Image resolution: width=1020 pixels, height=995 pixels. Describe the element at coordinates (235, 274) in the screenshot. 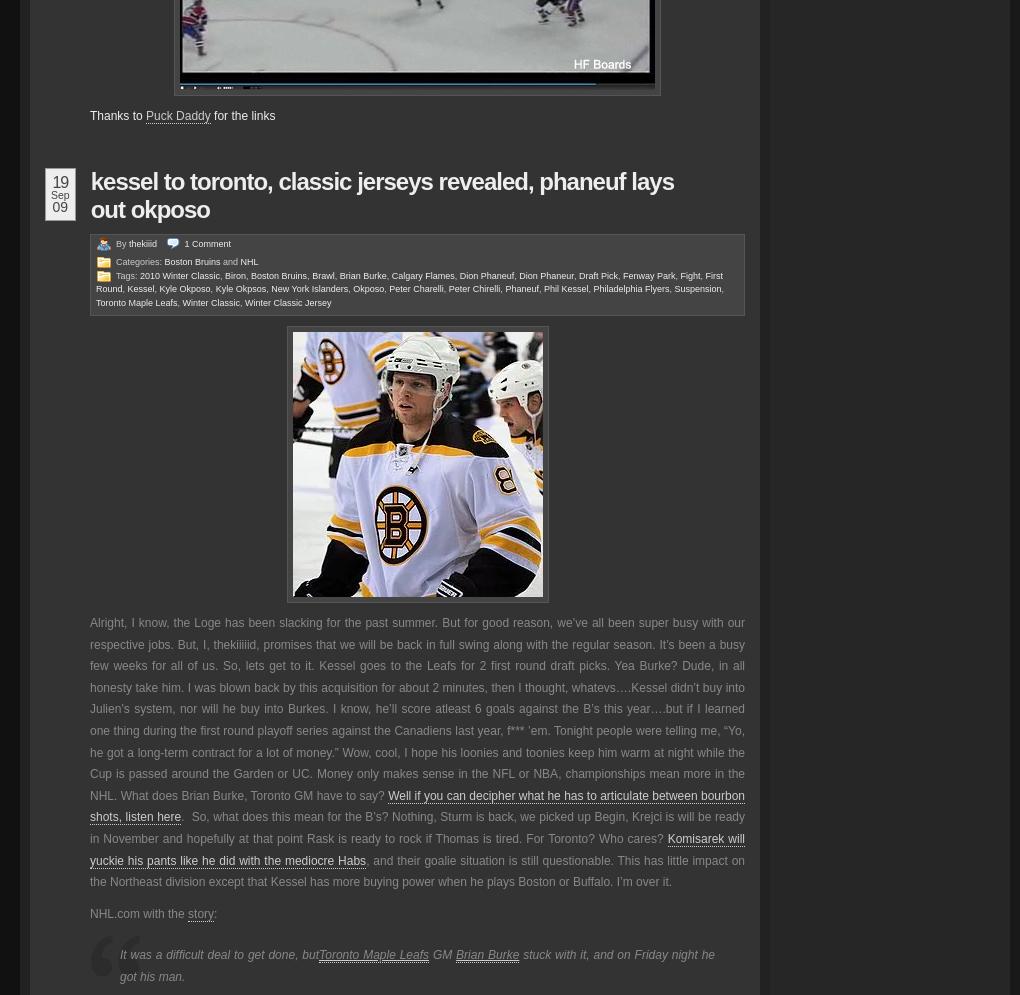

I see `'Biron'` at that location.